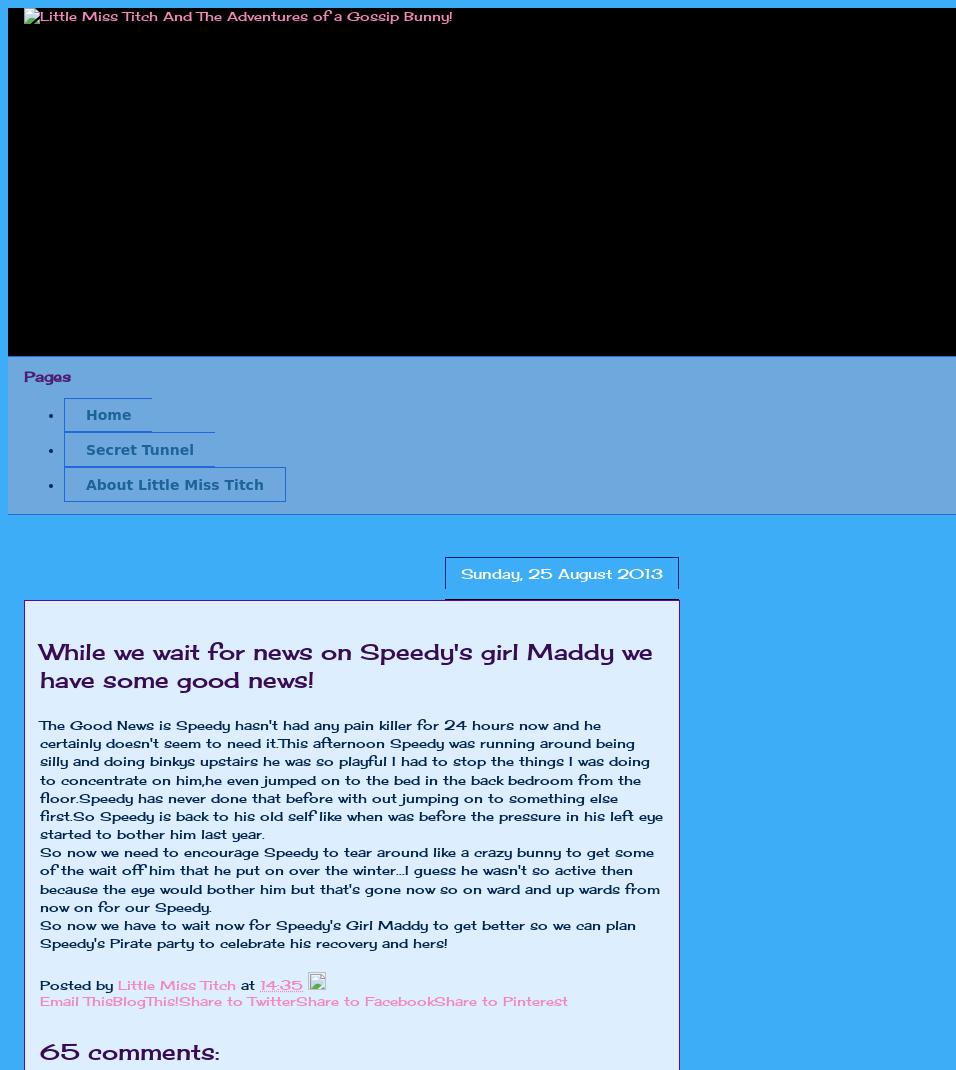  I want to click on 'Sunday, 25 August 2013', so click(460, 571).